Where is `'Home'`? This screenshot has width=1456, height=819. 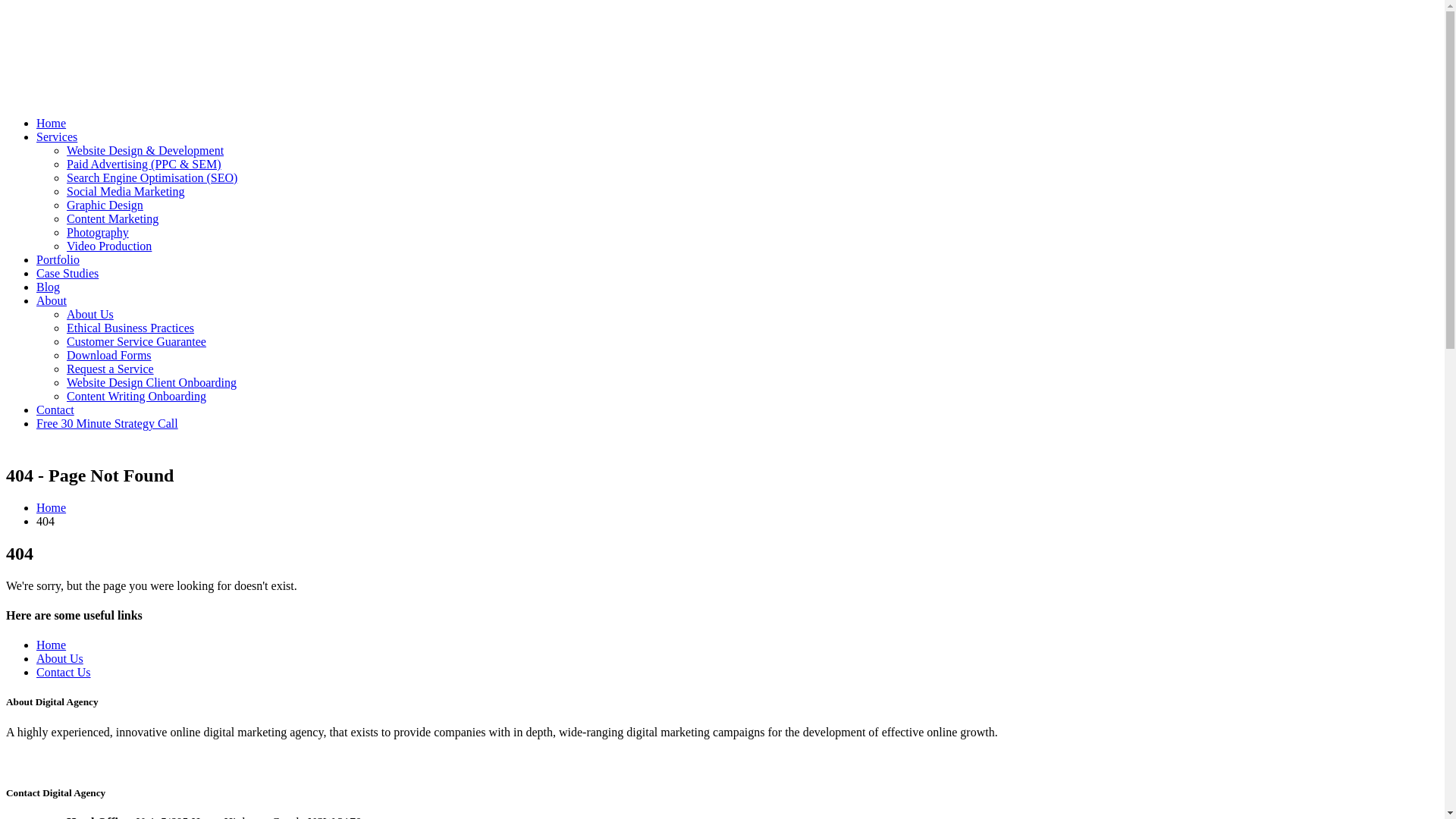
'Home' is located at coordinates (51, 122).